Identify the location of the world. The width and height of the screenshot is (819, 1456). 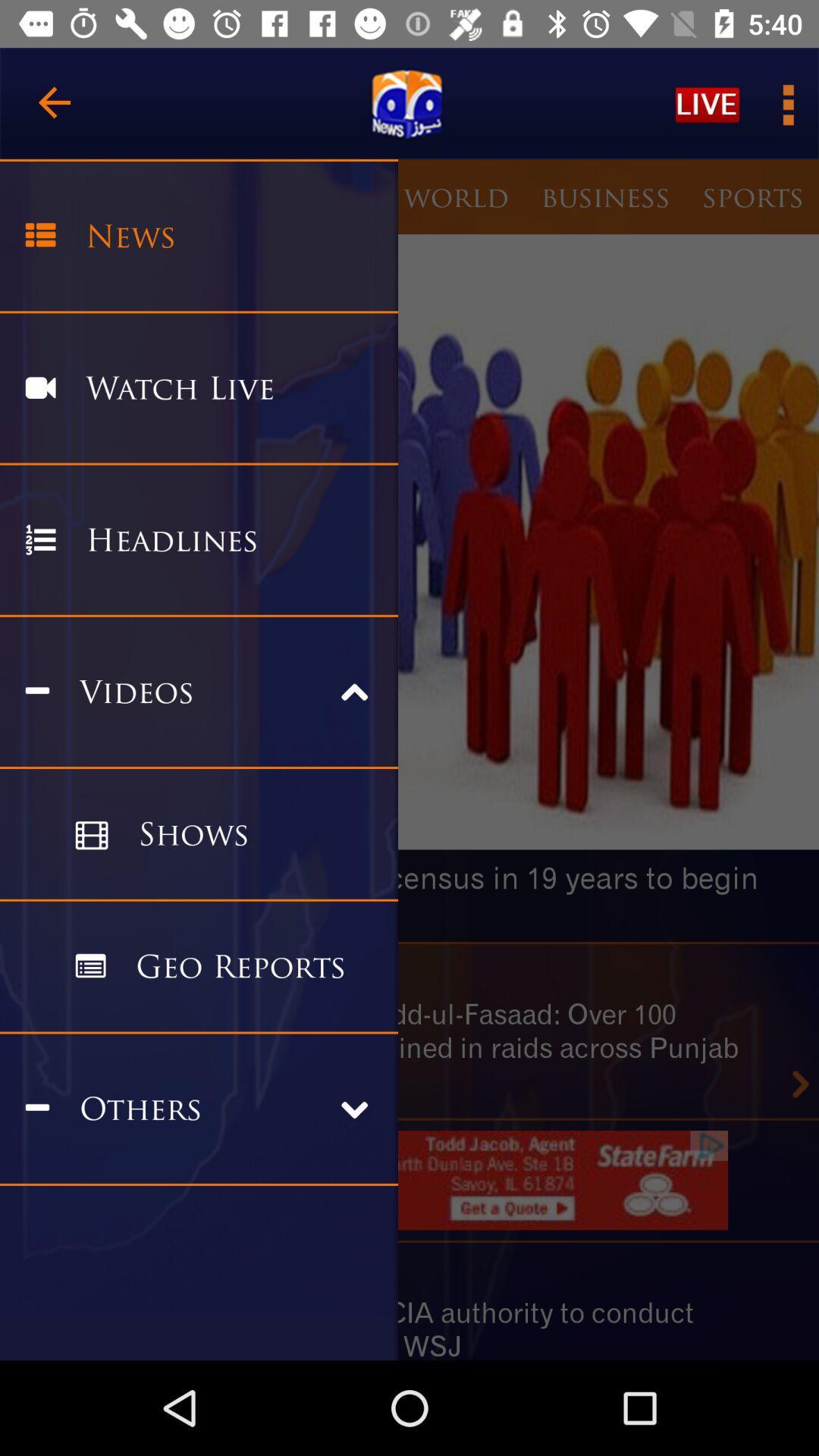
(455, 196).